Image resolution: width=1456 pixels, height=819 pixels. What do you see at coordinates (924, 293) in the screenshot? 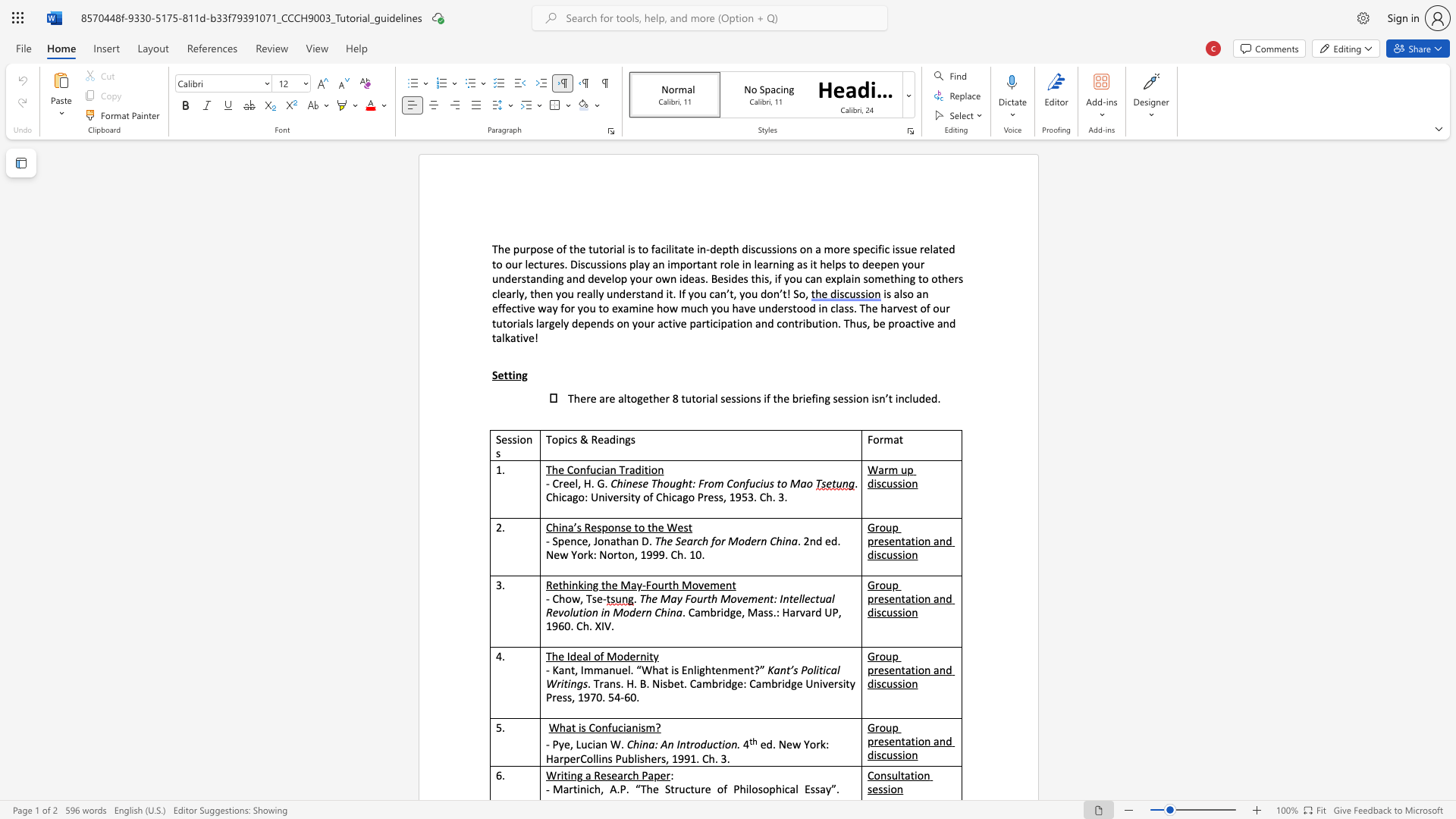
I see `the 1th character "n" in the text` at bounding box center [924, 293].